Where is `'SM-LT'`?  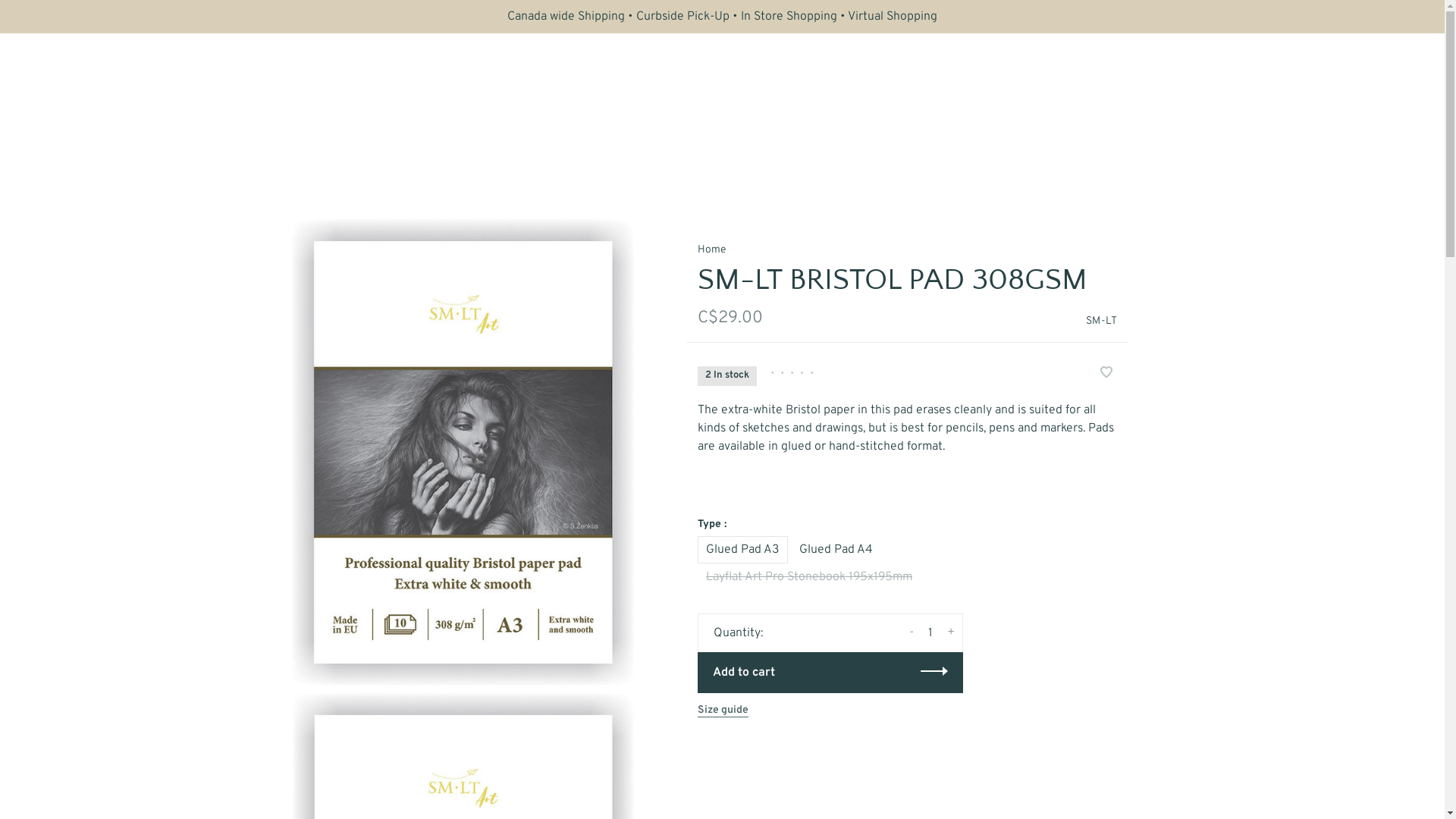 'SM-LT' is located at coordinates (1101, 320).